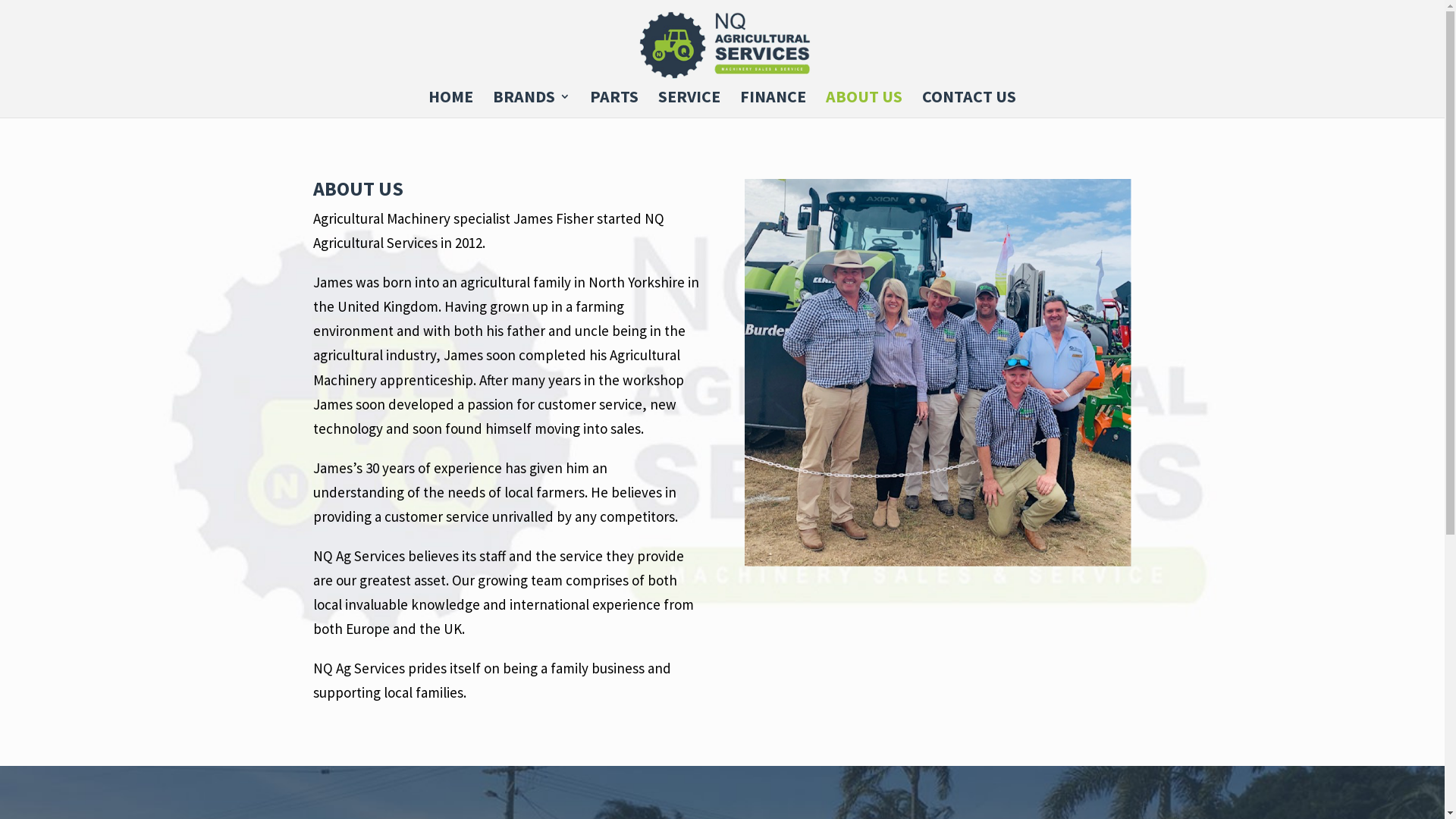  I want to click on 'ABOUT US', so click(864, 103).